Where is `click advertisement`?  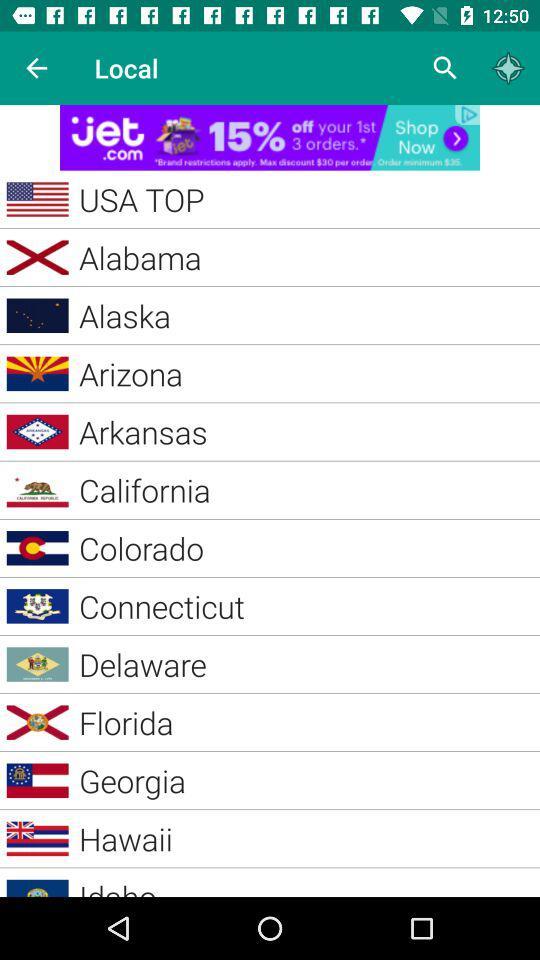 click advertisement is located at coordinates (270, 136).